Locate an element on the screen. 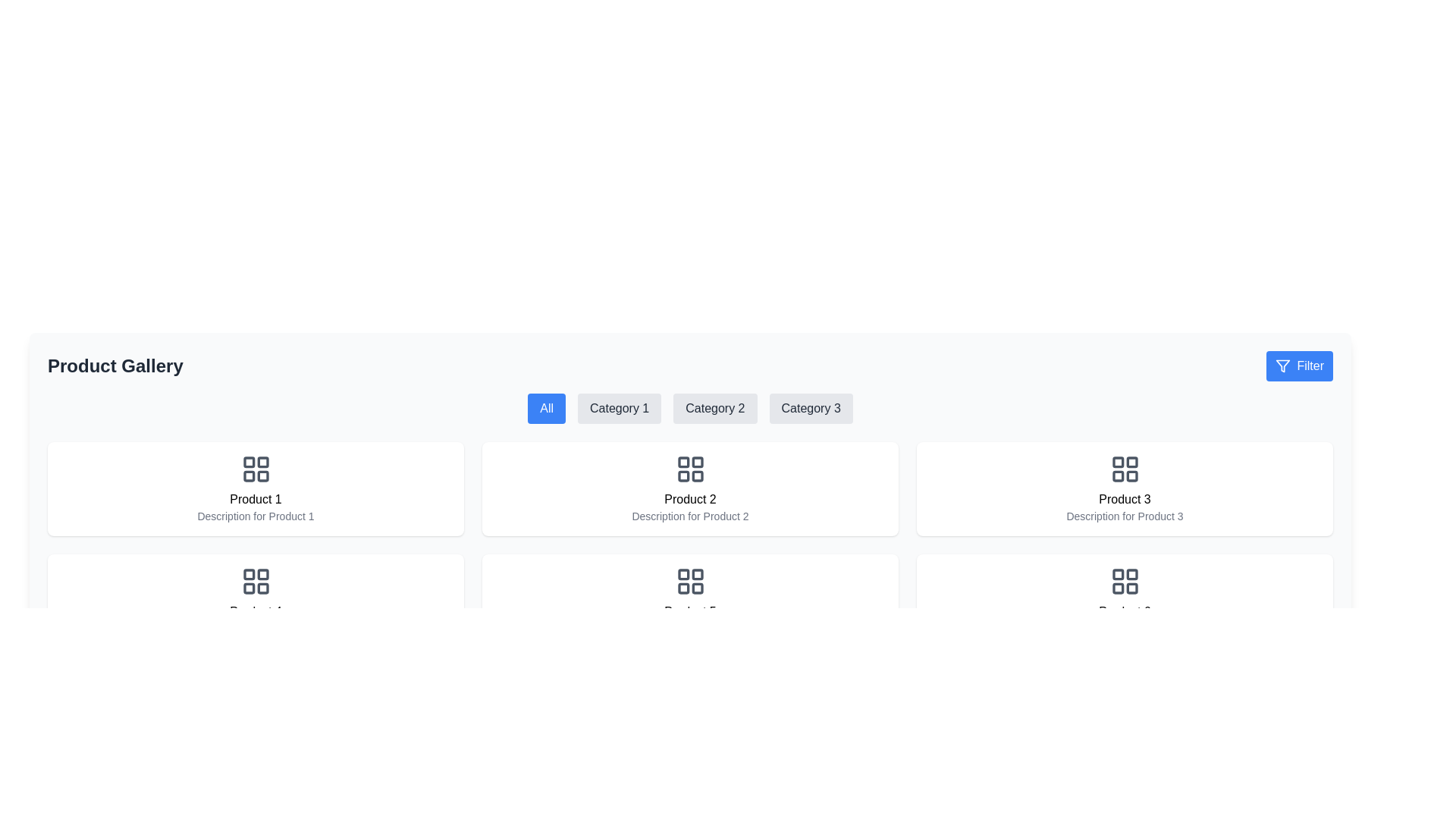  the visual details of the icon located at the top center of the card layout, which represents a product type or category is located at coordinates (256, 468).